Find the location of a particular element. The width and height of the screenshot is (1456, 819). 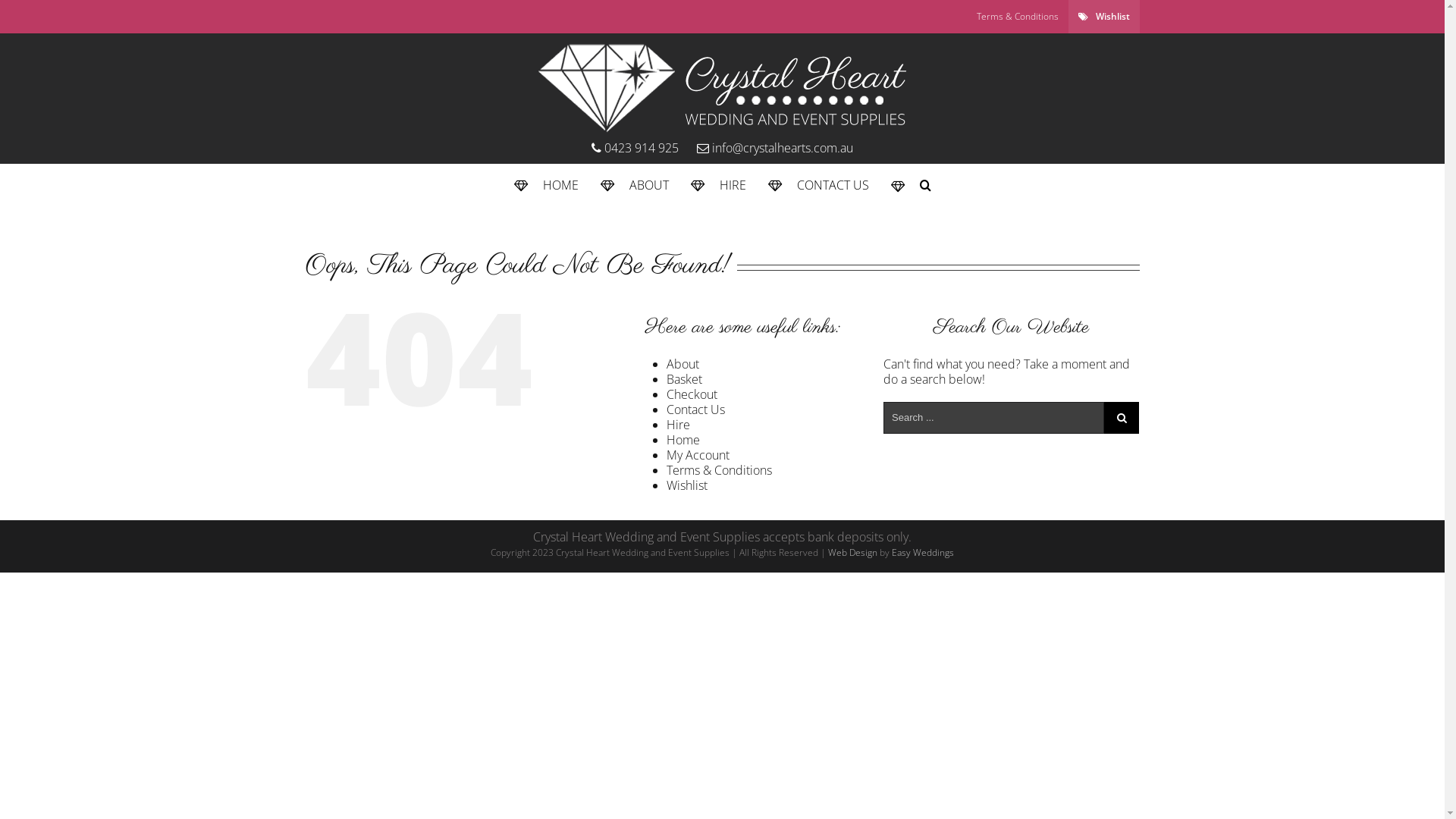

'Checkout' is located at coordinates (691, 394).